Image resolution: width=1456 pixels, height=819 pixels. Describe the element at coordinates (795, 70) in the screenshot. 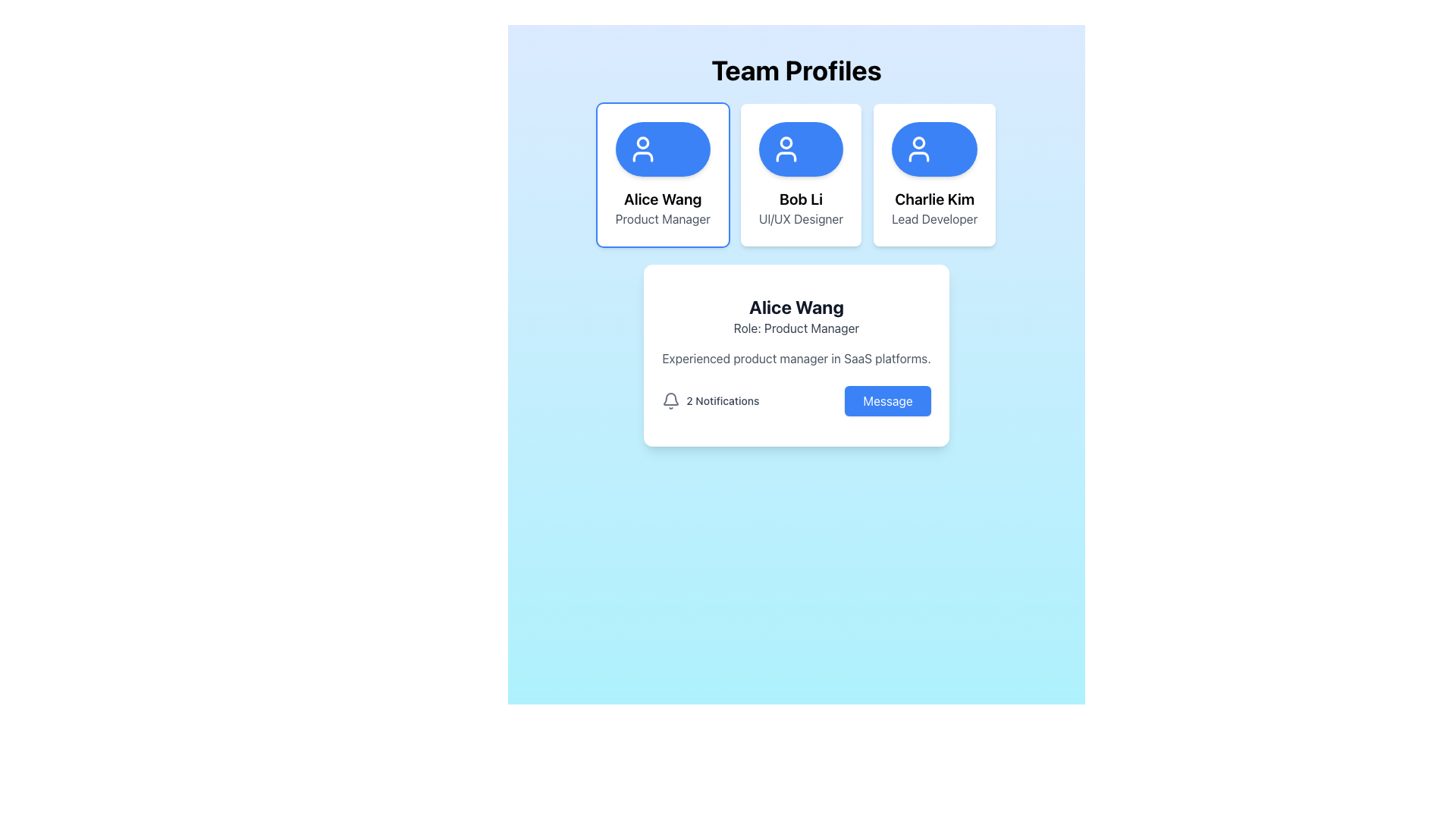

I see `bold, large header text 'Team Profiles' located at the top of the interface with a blue to cyan gradient background` at that location.